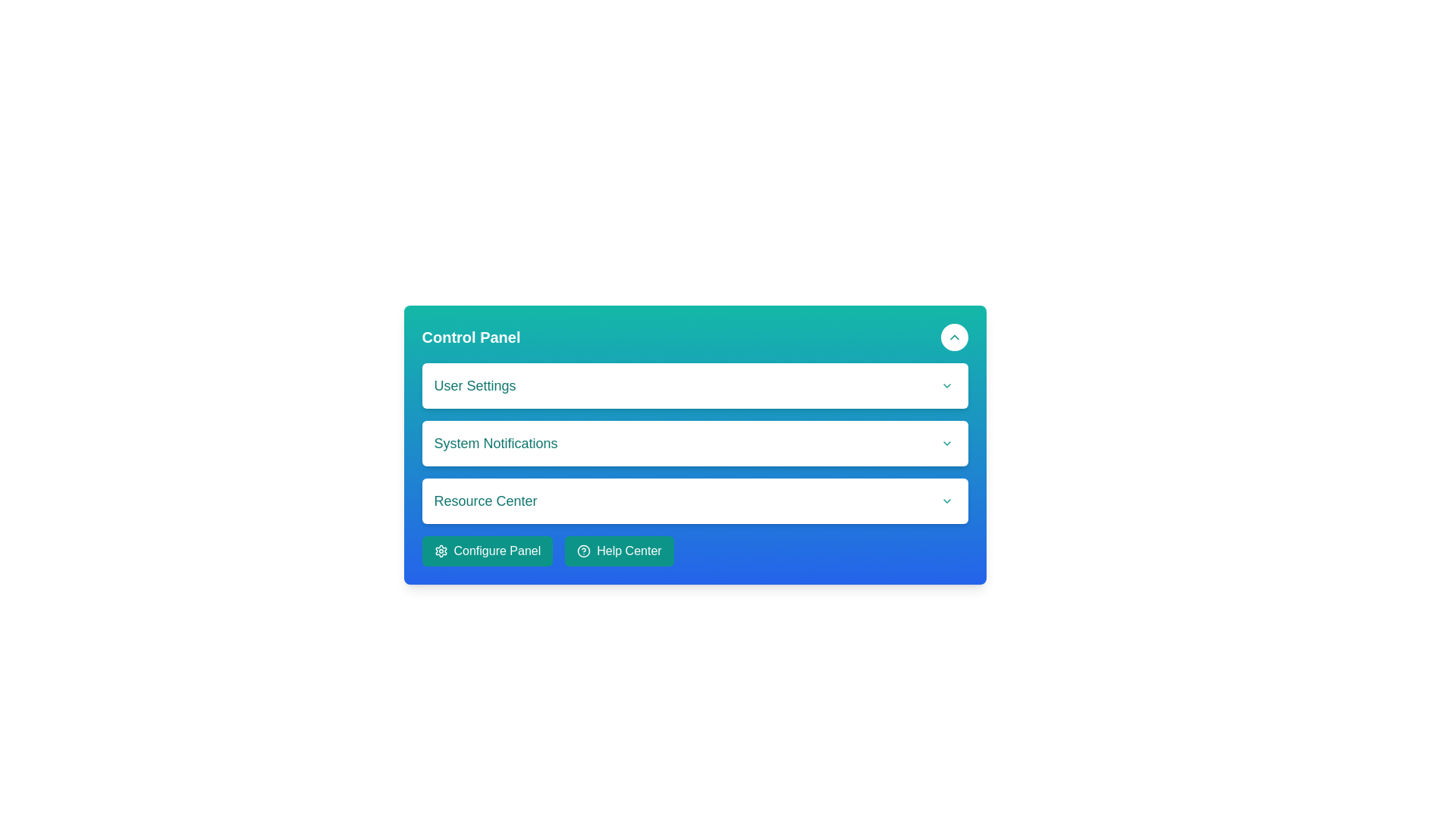 Image resolution: width=1456 pixels, height=819 pixels. What do you see at coordinates (583, 551) in the screenshot?
I see `the small circular help icon located to the right of the 'Help Center' button at the bottom of the control panel interface` at bounding box center [583, 551].